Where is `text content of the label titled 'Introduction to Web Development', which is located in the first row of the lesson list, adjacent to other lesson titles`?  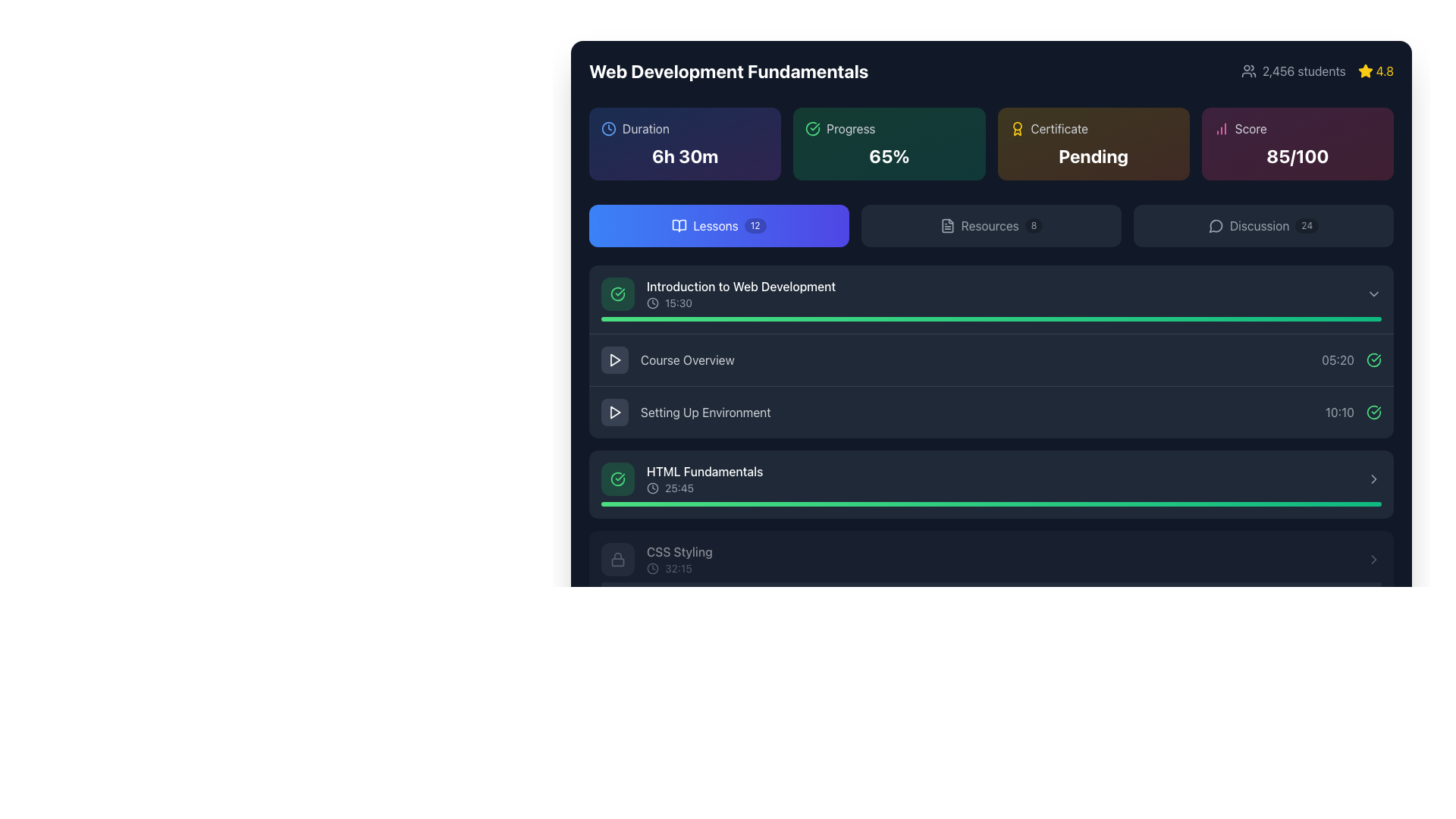 text content of the label titled 'Introduction to Web Development', which is located in the first row of the lesson list, adjacent to other lesson titles is located at coordinates (741, 287).